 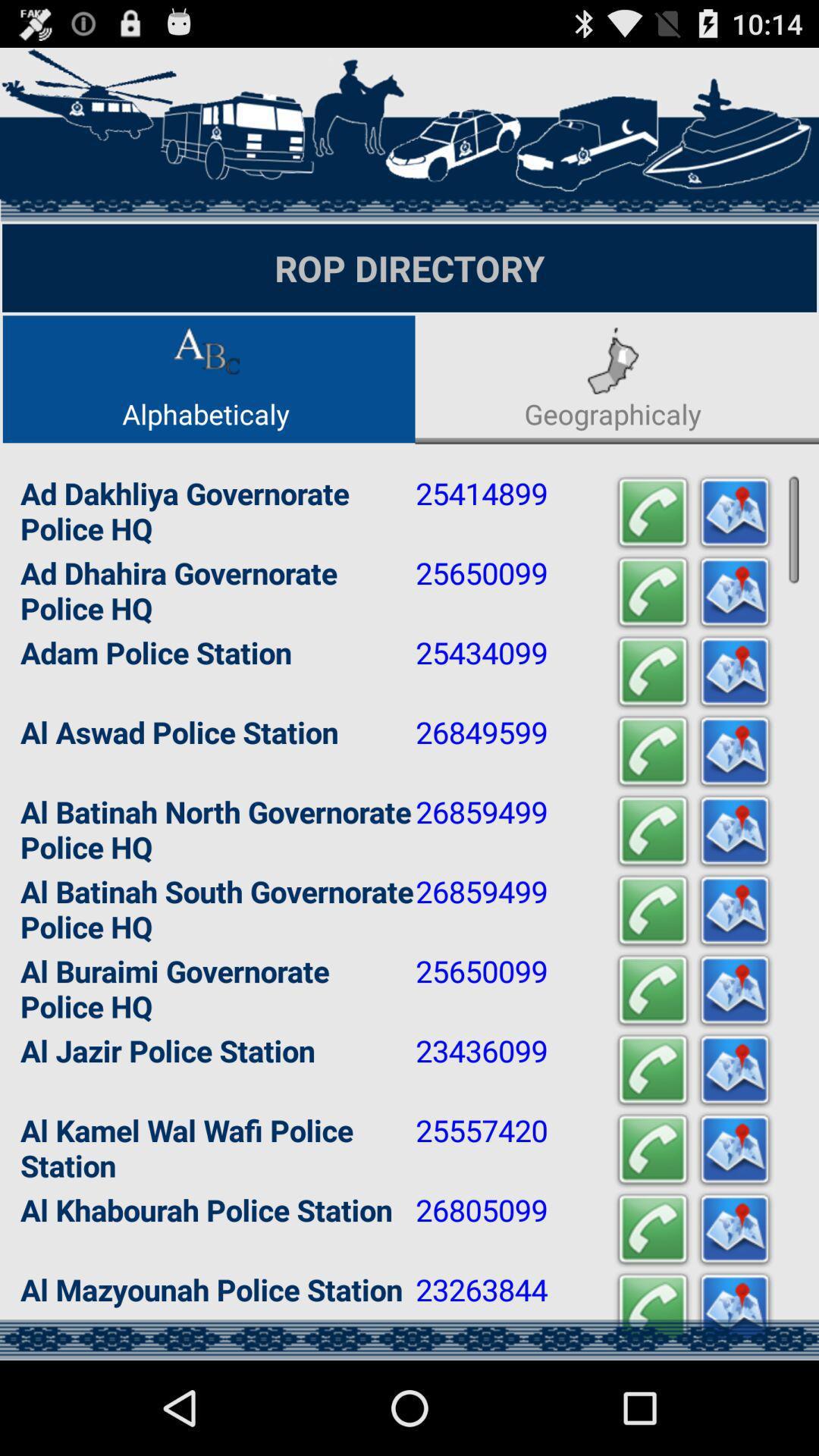 What do you see at coordinates (733, 804) in the screenshot?
I see `the wallpaper icon` at bounding box center [733, 804].